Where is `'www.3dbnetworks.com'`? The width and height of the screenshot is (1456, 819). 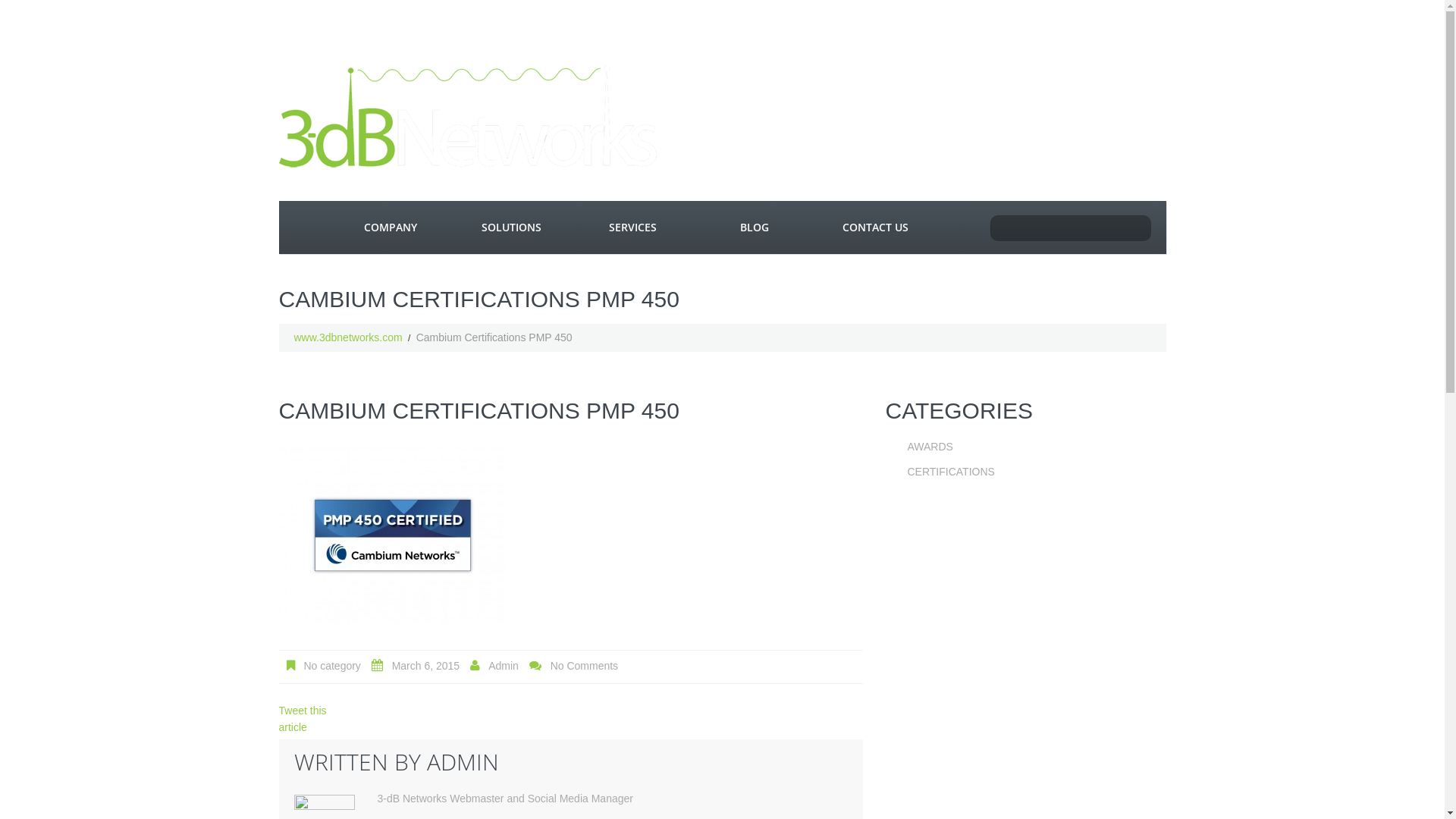 'www.3dbnetworks.com' is located at coordinates (294, 336).